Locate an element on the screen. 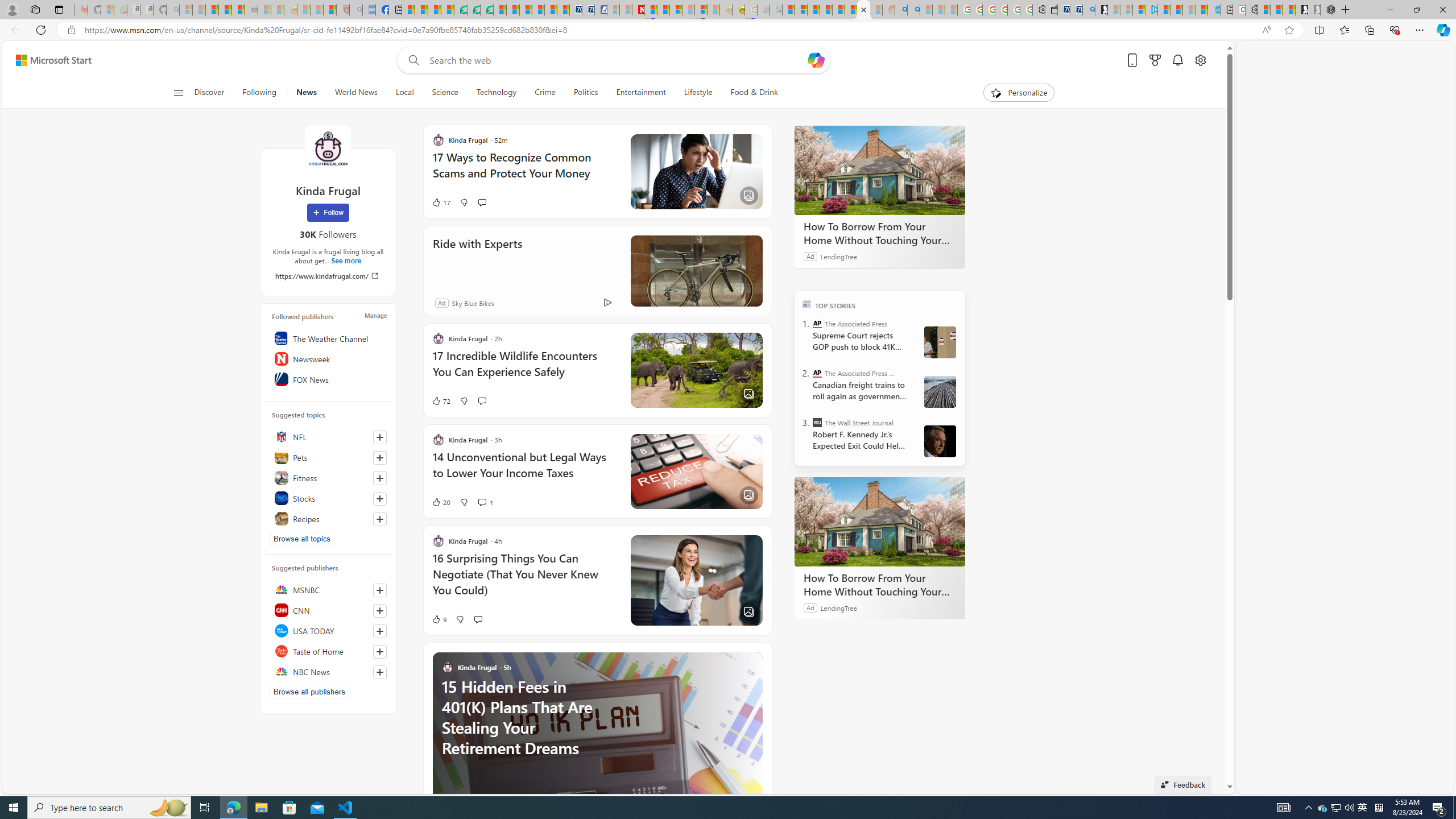 The image size is (1456, 819). 'Skip to footer' is located at coordinates (46, 59).